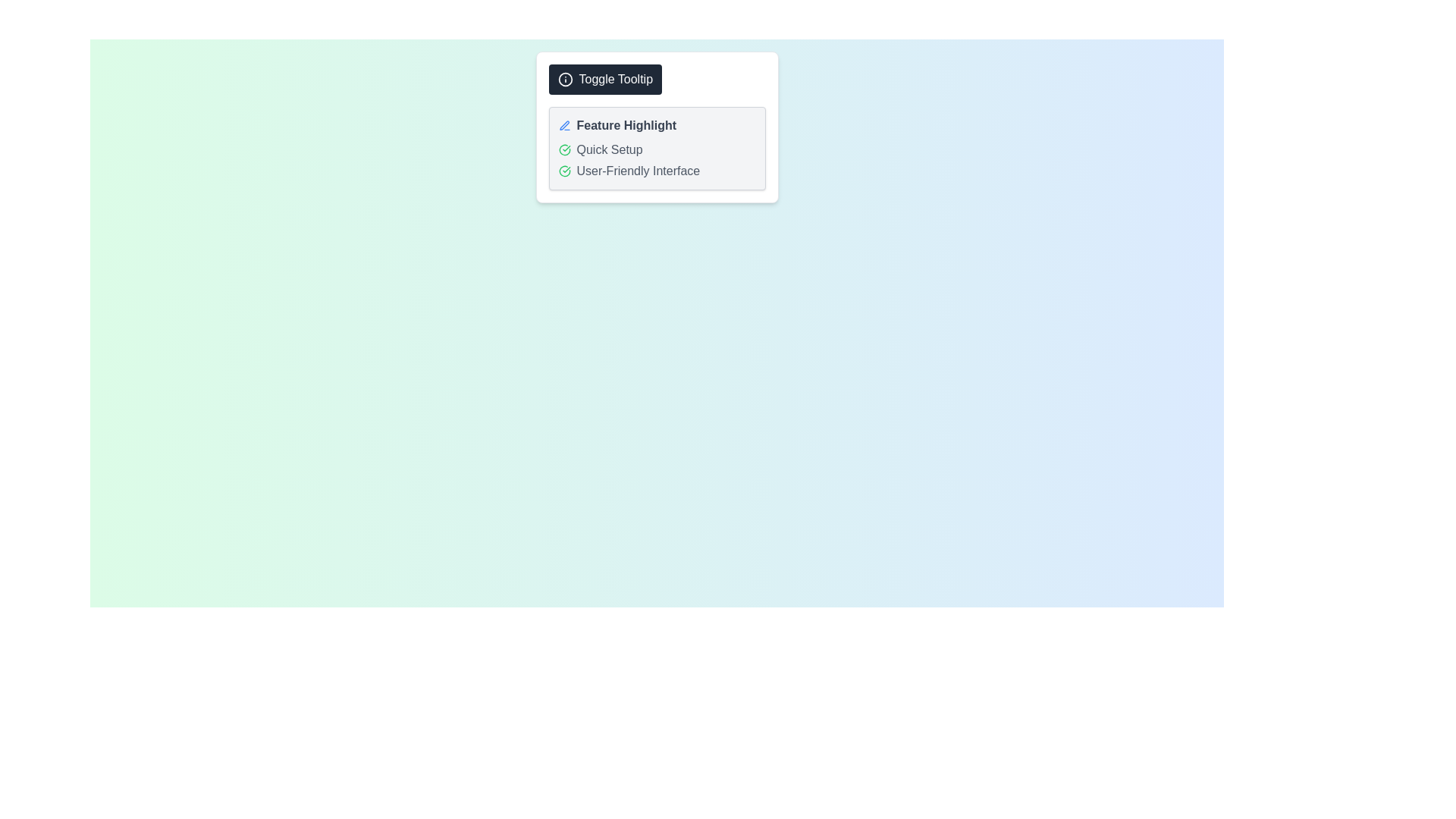 This screenshot has height=819, width=1456. What do you see at coordinates (563, 124) in the screenshot?
I see `the 'Feature Highlight' icon located in the upper-left section of the card component, which includes a pen-like icon and bold text` at bounding box center [563, 124].